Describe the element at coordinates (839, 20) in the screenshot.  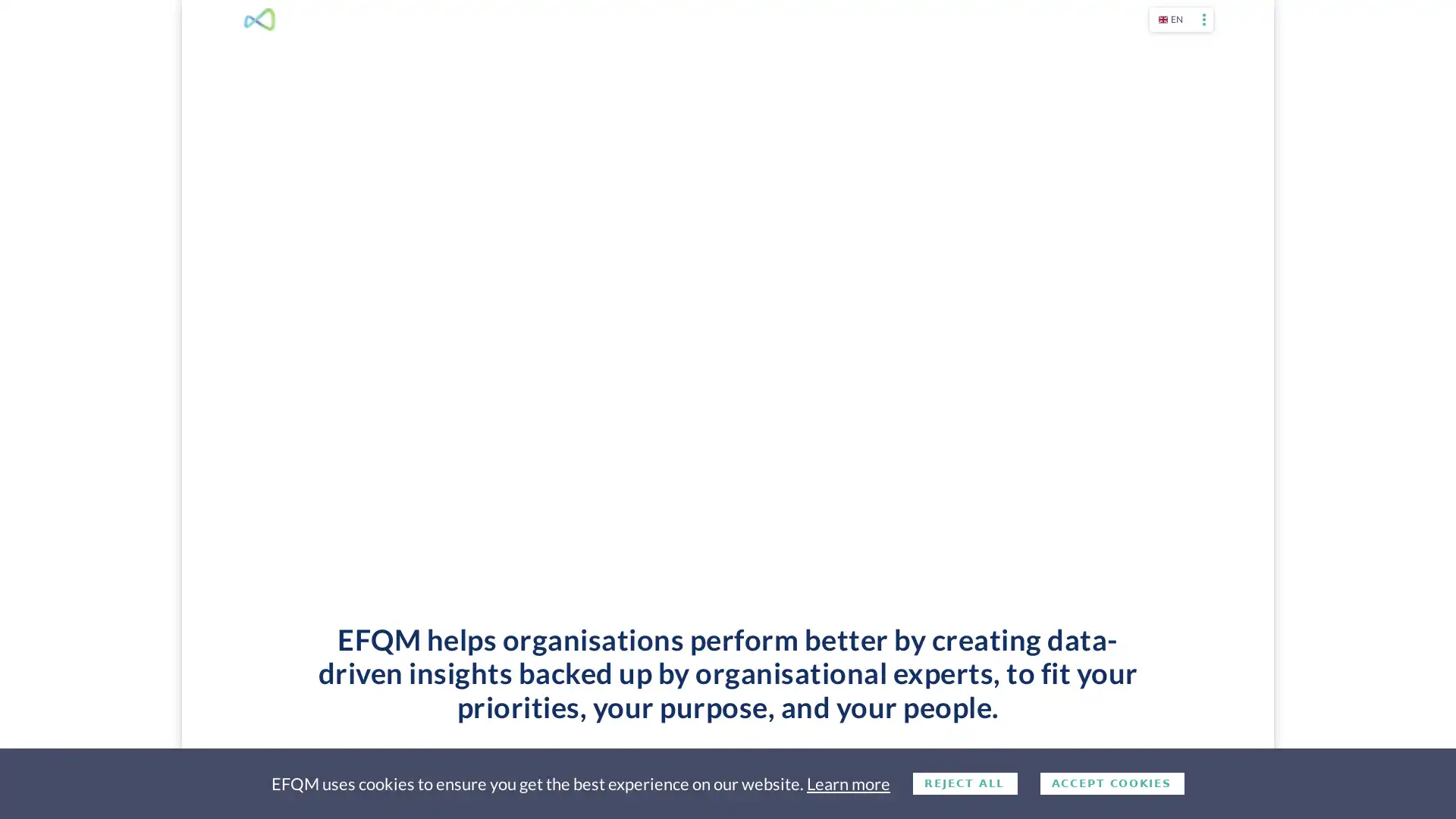
I see `CALENDAR` at that location.